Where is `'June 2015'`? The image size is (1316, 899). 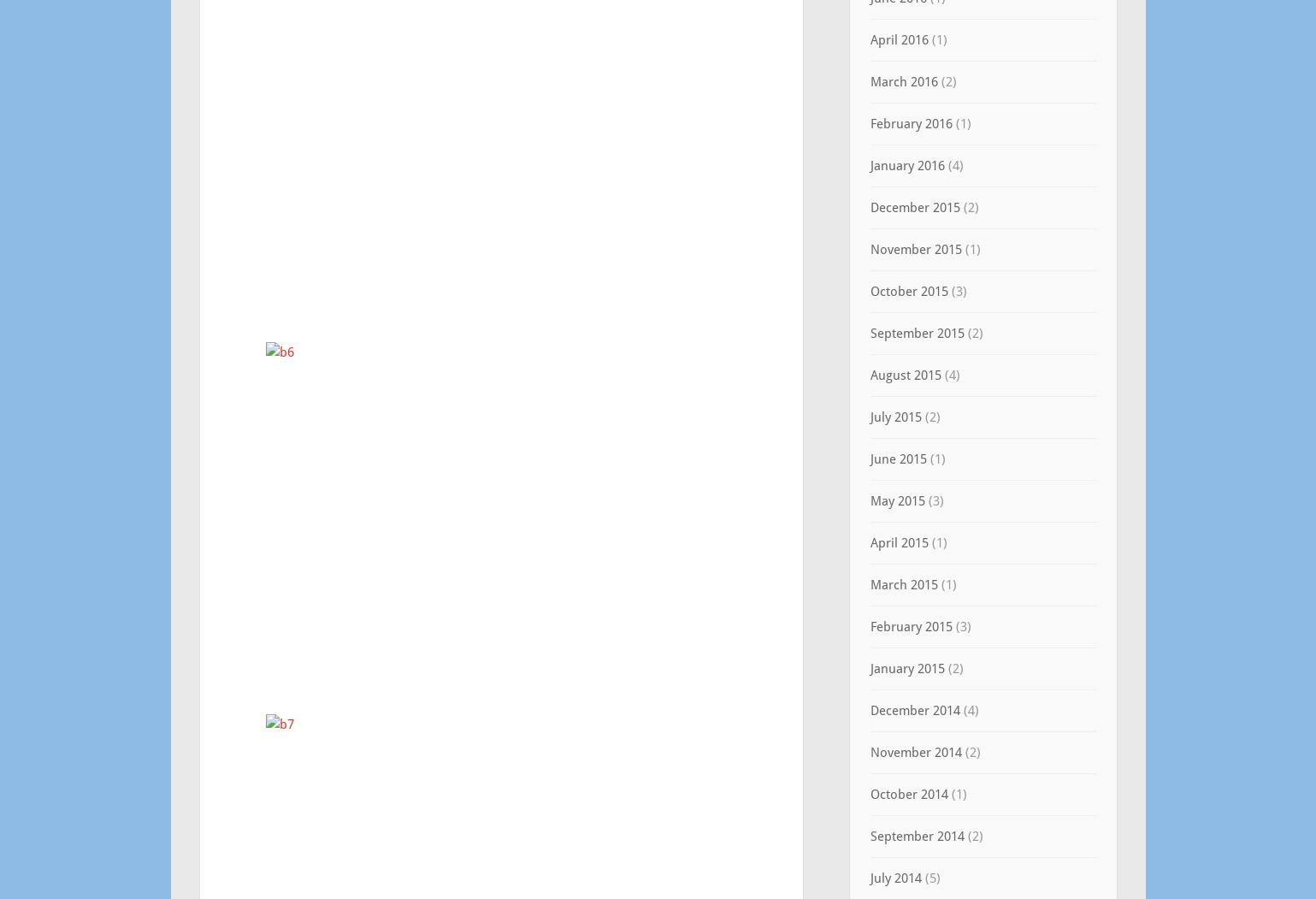
'June 2015' is located at coordinates (897, 458).